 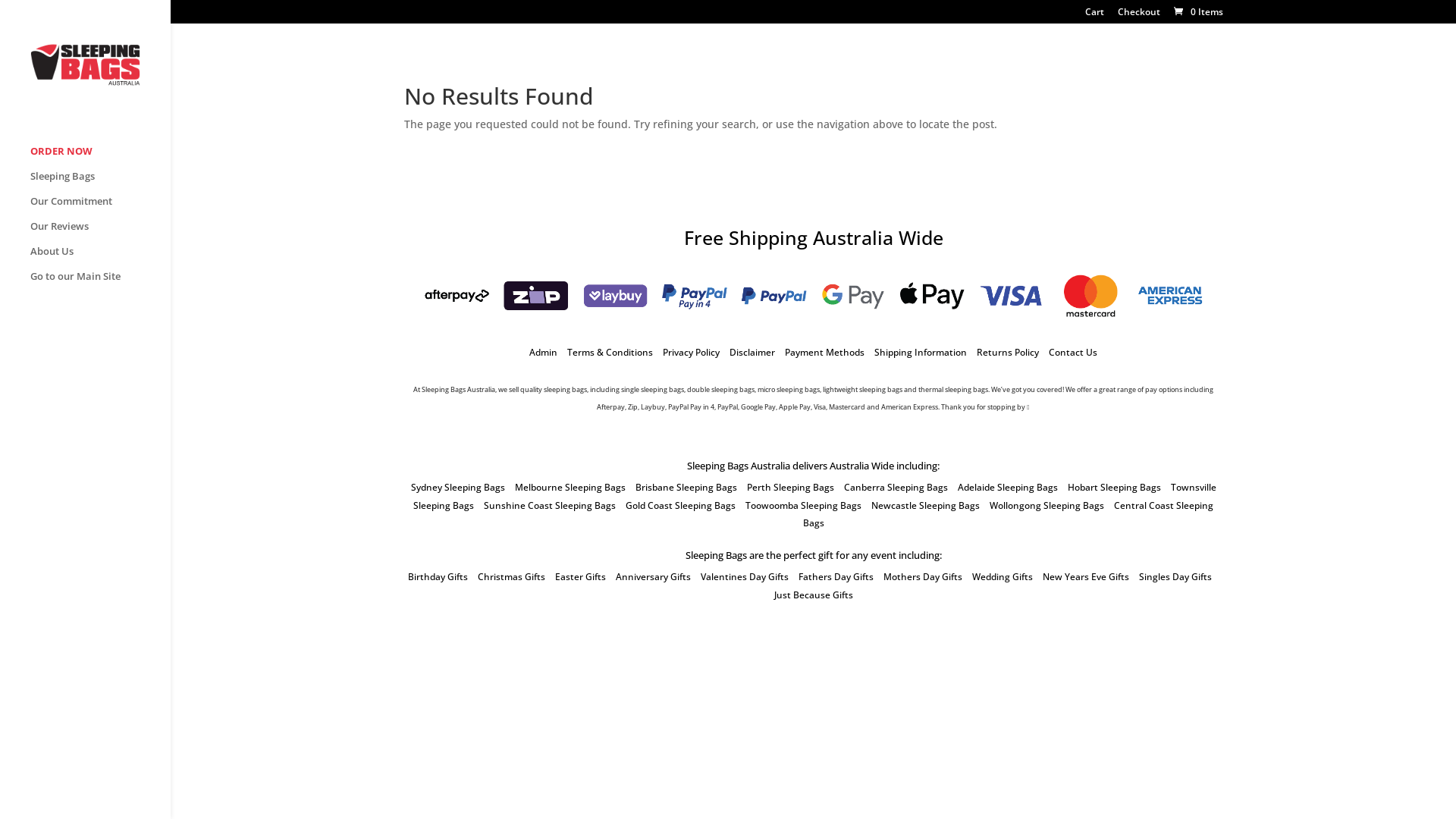 What do you see at coordinates (811, 594) in the screenshot?
I see `'Just Because Gifts'` at bounding box center [811, 594].